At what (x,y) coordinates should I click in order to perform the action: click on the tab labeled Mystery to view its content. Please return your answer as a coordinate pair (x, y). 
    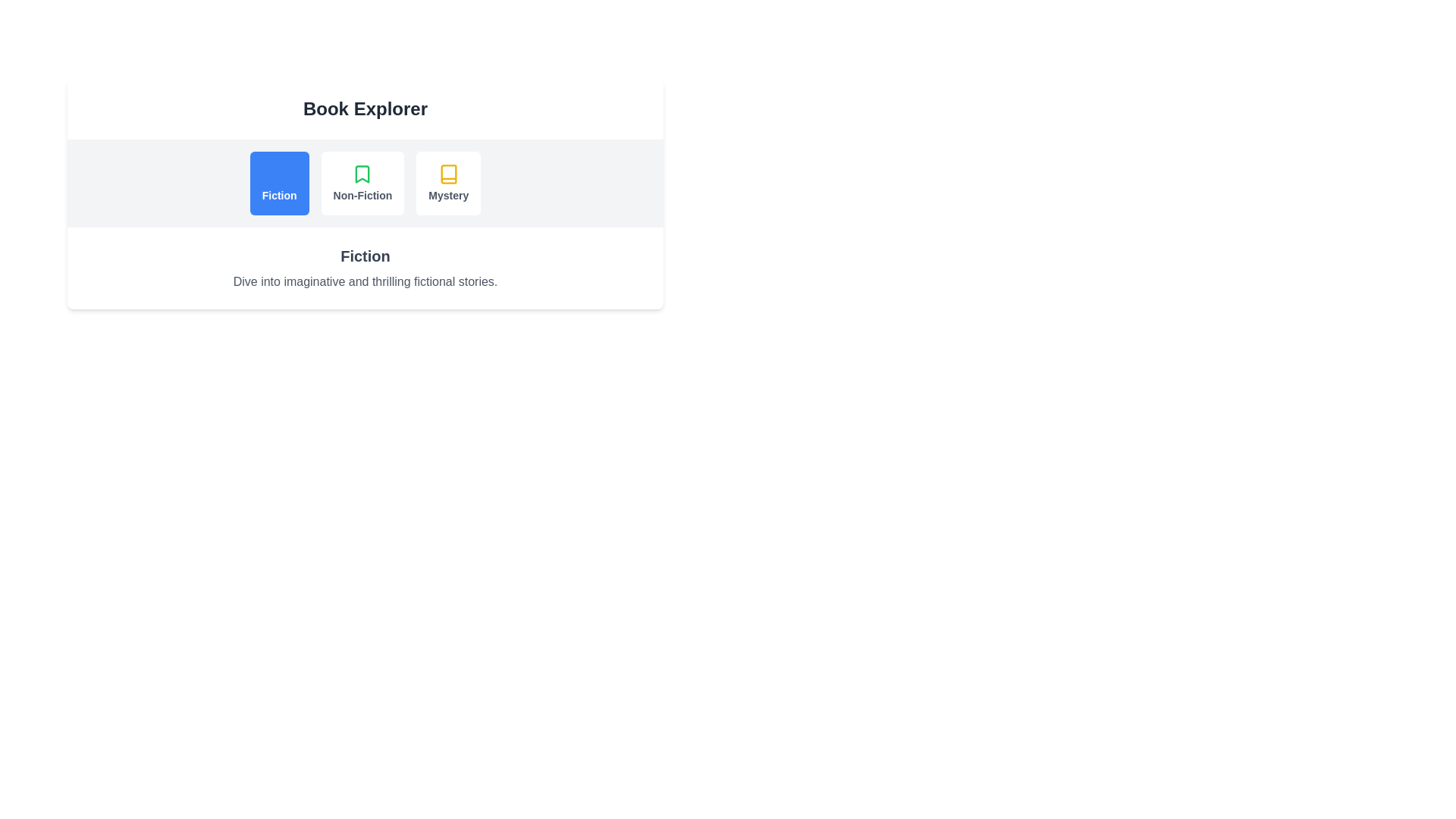
    Looking at the image, I should click on (447, 183).